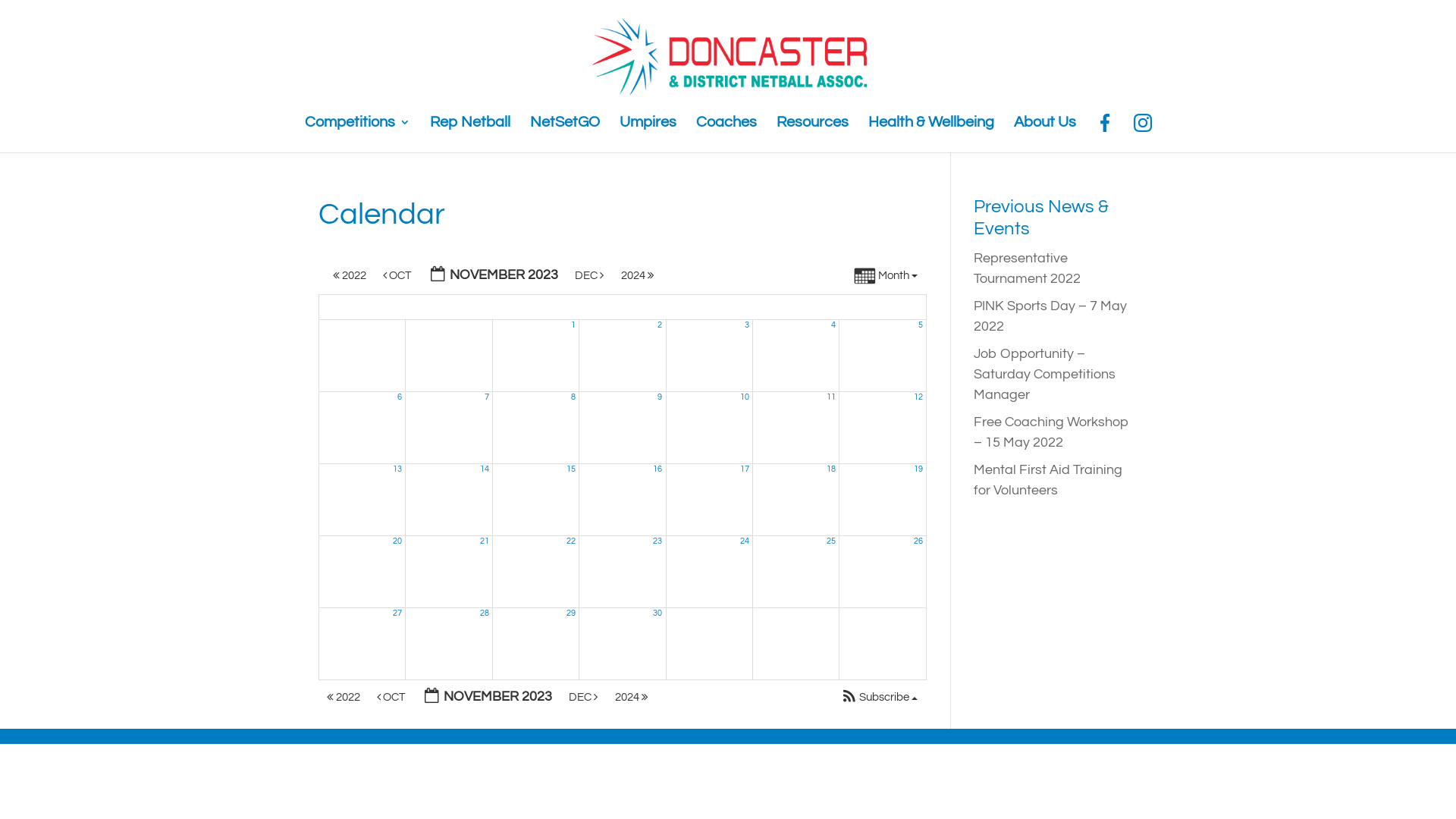 The height and width of the screenshot is (819, 1456). Describe the element at coordinates (479, 468) in the screenshot. I see `'14'` at that location.